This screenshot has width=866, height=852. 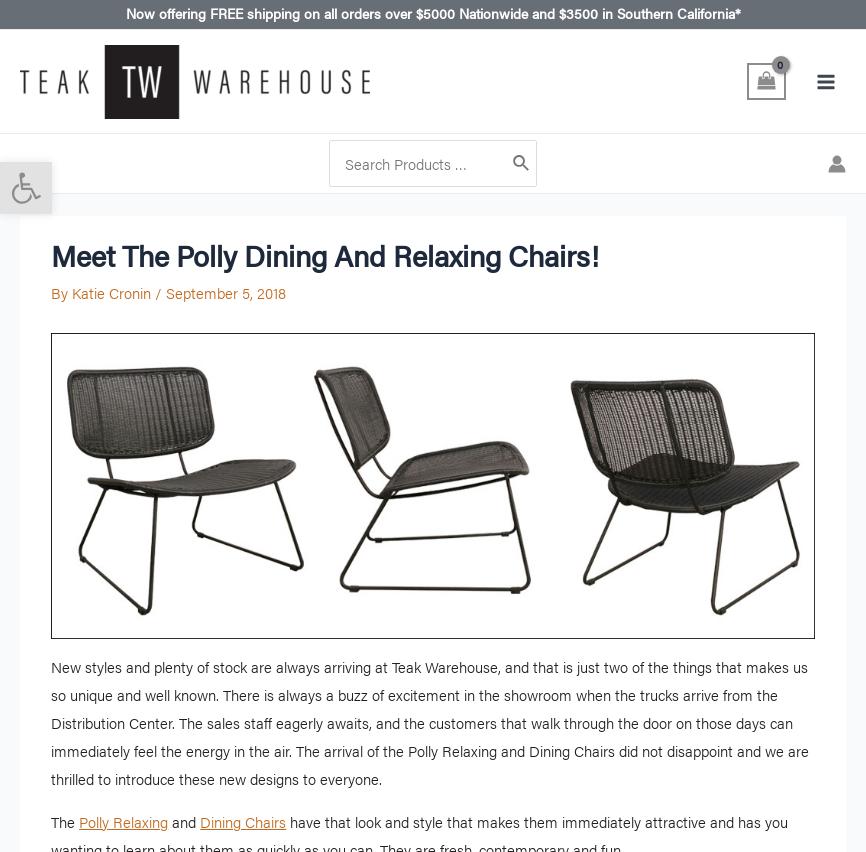 I want to click on 'Meet The Polly Dining And Relaxing Chairs!', so click(x=324, y=253).